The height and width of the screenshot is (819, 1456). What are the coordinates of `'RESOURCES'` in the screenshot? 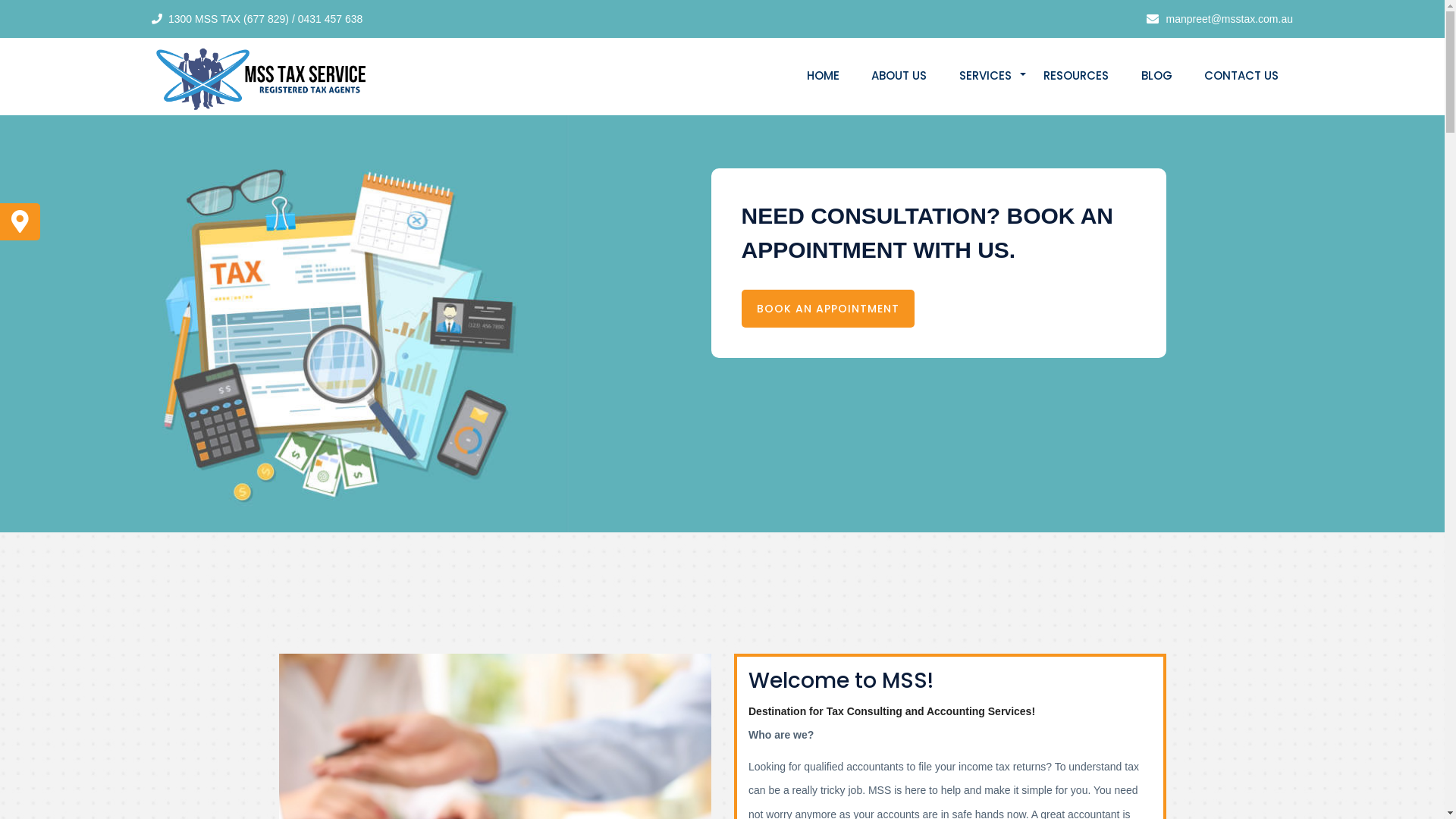 It's located at (1029, 76).